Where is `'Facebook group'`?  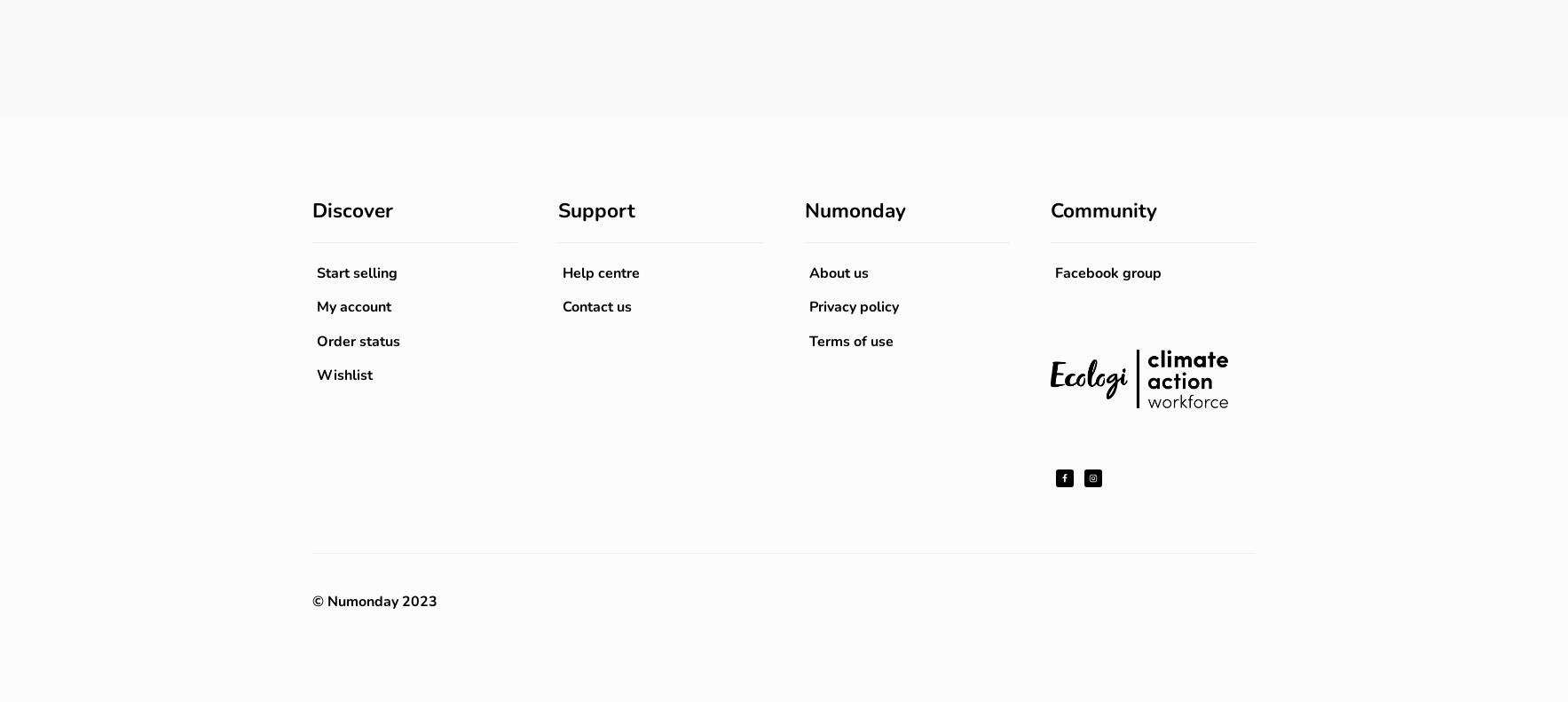 'Facebook group' is located at coordinates (1054, 272).